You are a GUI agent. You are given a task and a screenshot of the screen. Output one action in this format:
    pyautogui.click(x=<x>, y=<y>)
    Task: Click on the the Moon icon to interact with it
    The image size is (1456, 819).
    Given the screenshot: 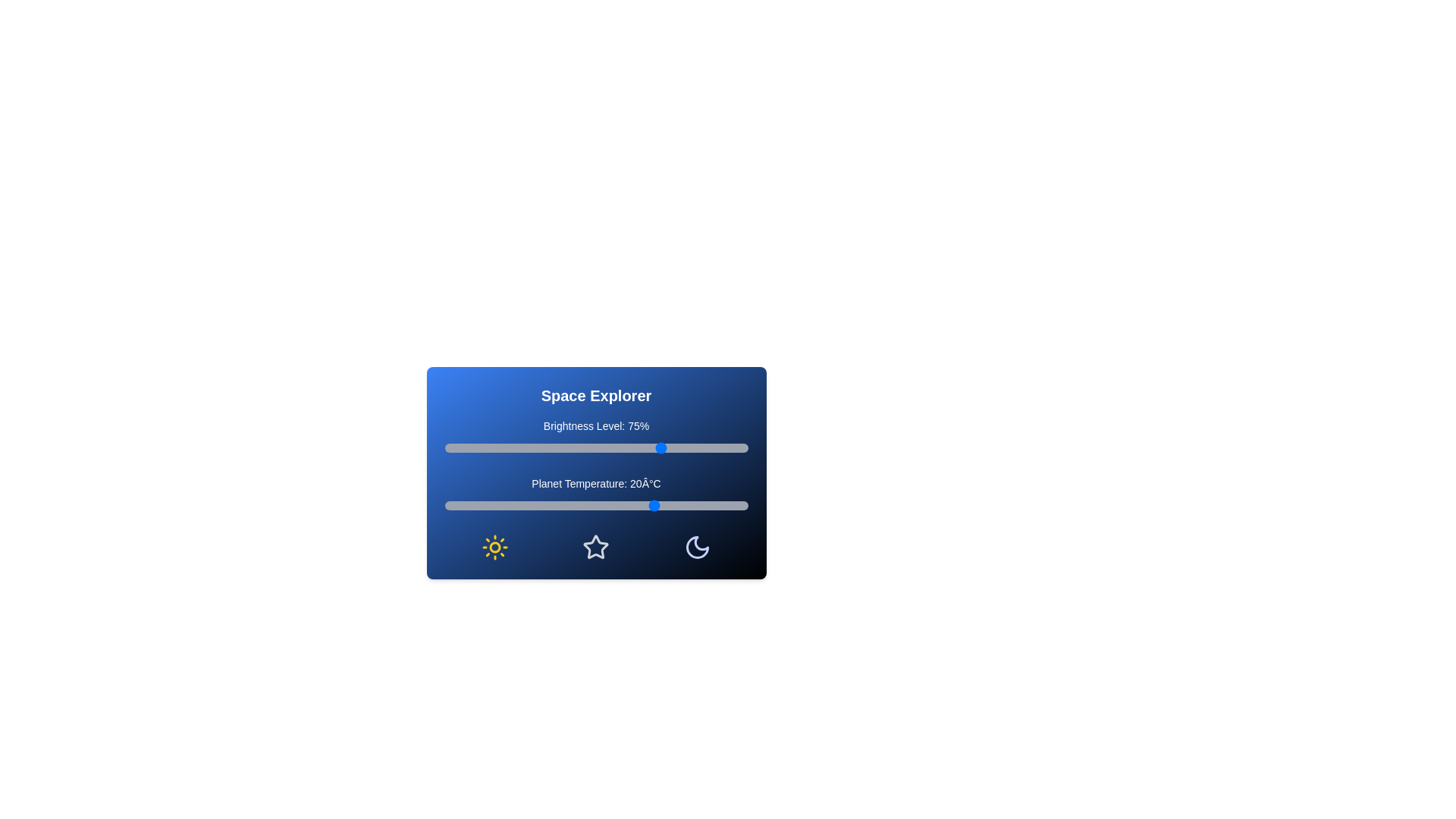 What is the action you would take?
    pyautogui.click(x=695, y=547)
    